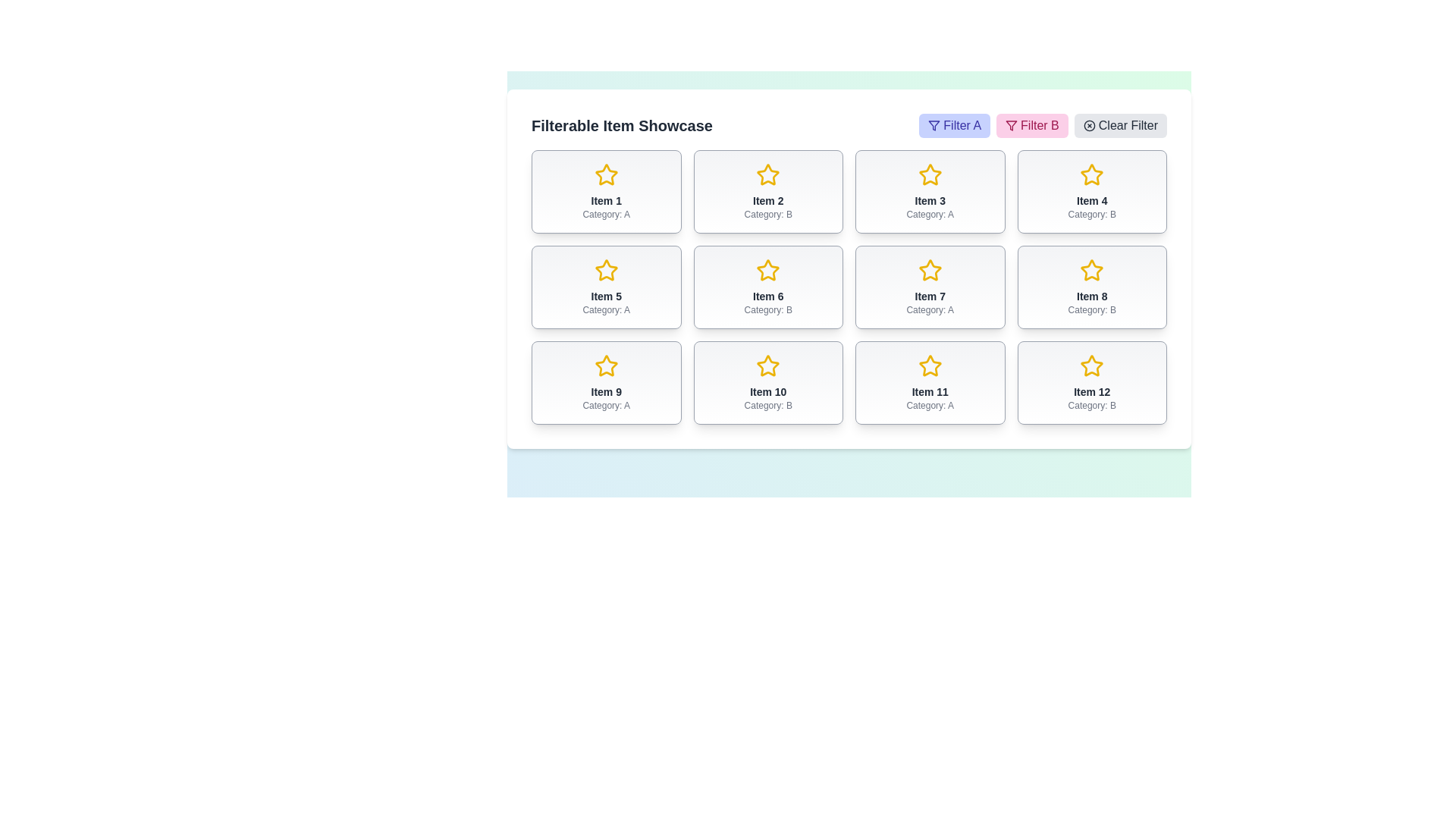  What do you see at coordinates (605, 366) in the screenshot?
I see `the bright yellow star icon representing the rating or favorite-mark system located in the center of the card for 'Item 9' in 'Category: A'` at bounding box center [605, 366].